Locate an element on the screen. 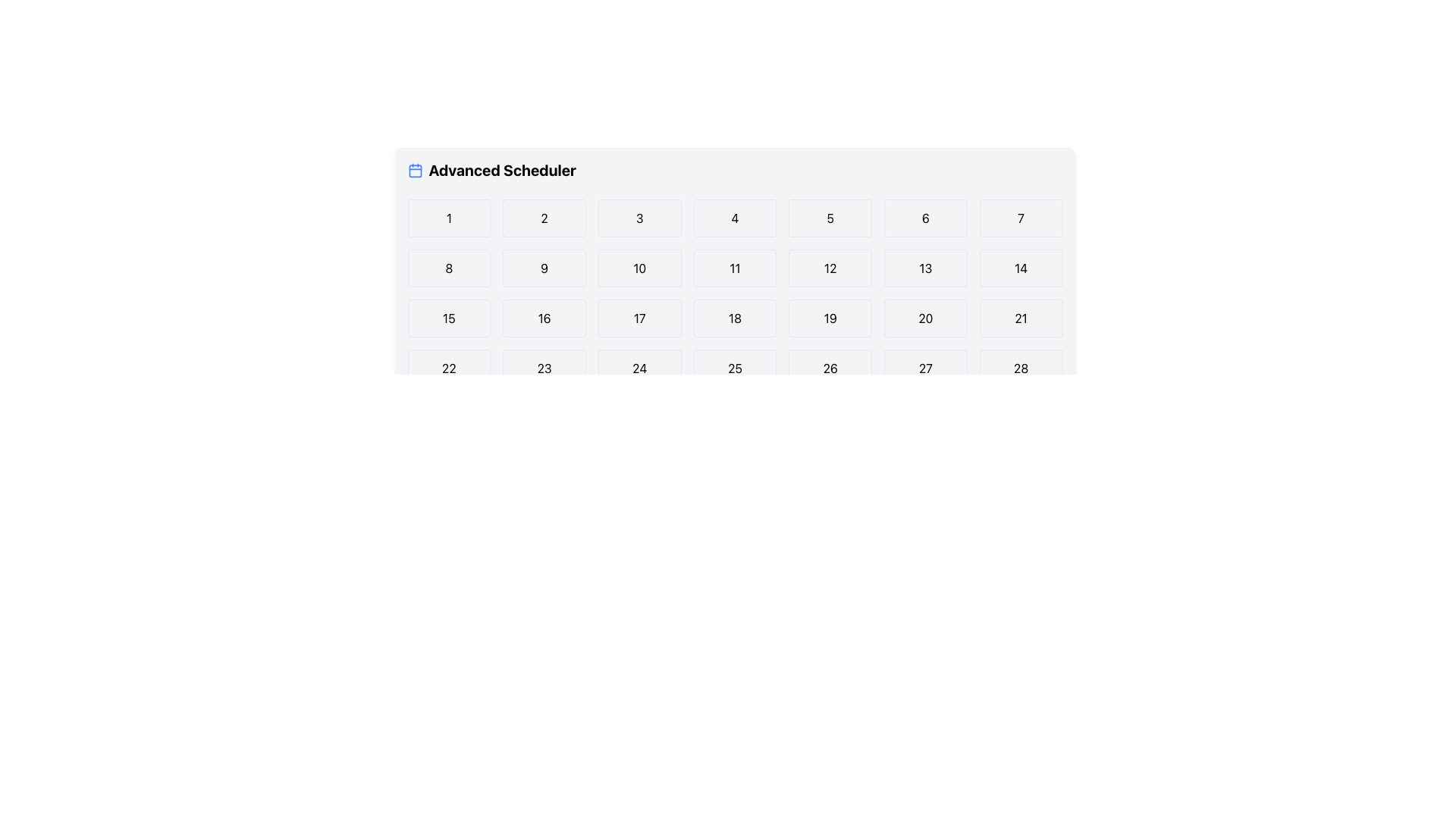 This screenshot has width=1456, height=819. the button labeled '14' located is located at coordinates (1021, 268).